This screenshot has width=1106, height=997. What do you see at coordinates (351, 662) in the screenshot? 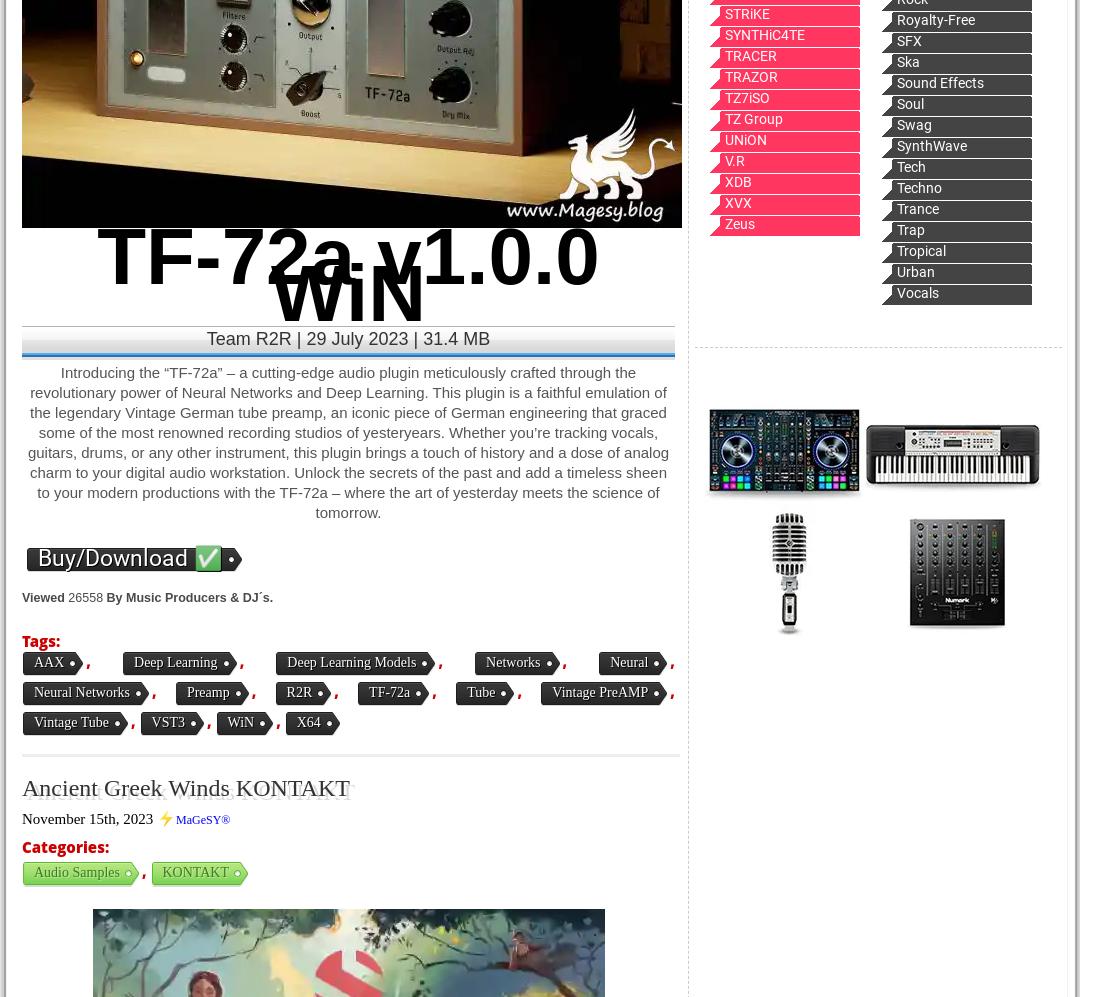
I see `'Deep Learning Models'` at bounding box center [351, 662].